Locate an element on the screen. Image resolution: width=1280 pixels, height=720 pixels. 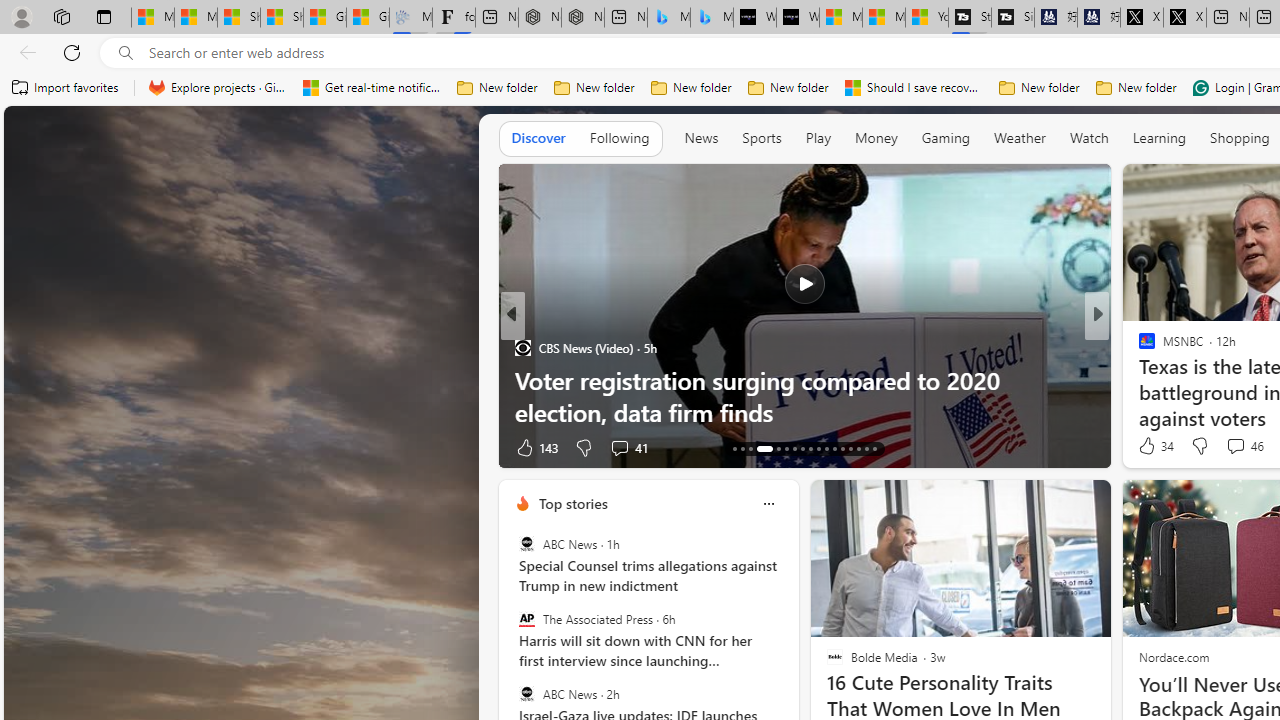
'49 Like' is located at coordinates (1149, 446).